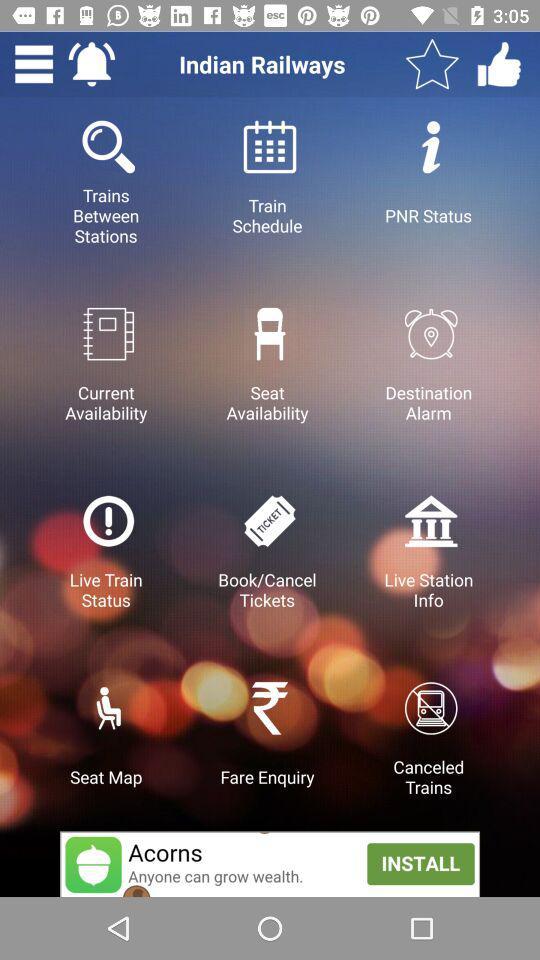  What do you see at coordinates (498, 64) in the screenshot?
I see `the thumbs_up icon` at bounding box center [498, 64].